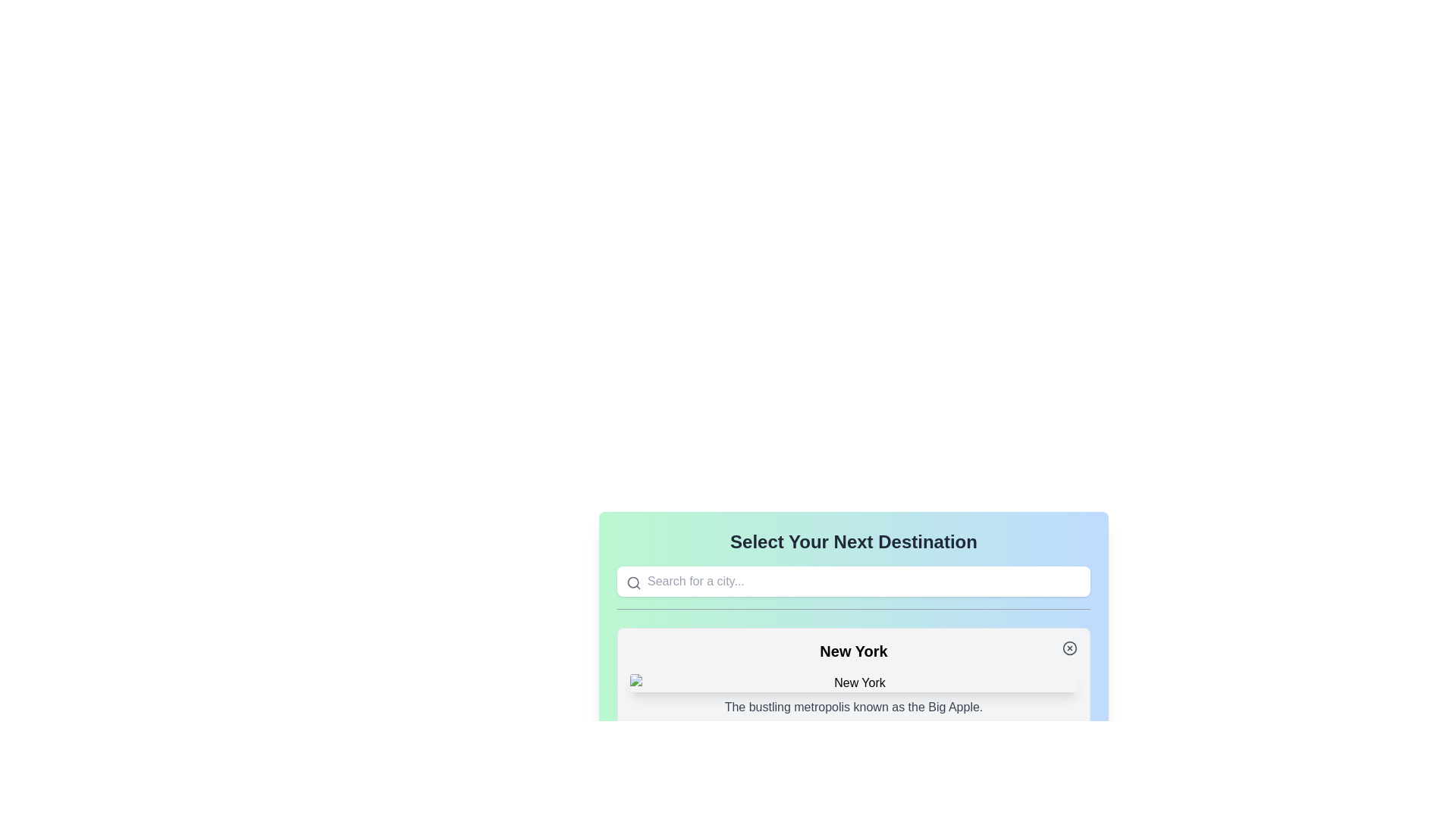 The image size is (1456, 819). Describe the element at coordinates (633, 582) in the screenshot. I see `the static search icon within the input field that indicates the functionality for searching, located at the left edge of the text input field` at that location.